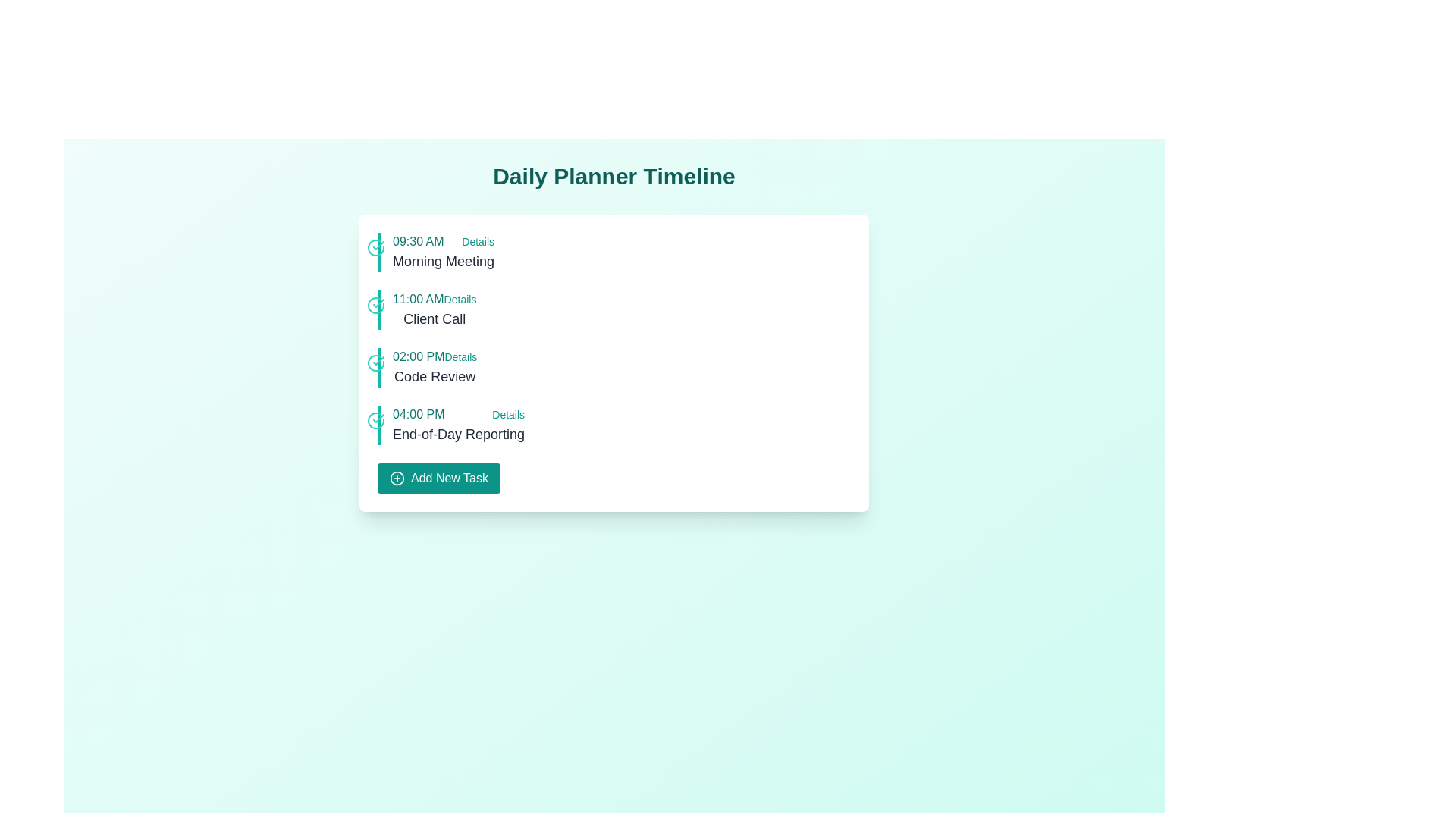 The image size is (1456, 819). I want to click on the text element that provides information about the 'Morning Meeting' event scheduled at 09:30 AM in the planner timeline, so click(443, 260).